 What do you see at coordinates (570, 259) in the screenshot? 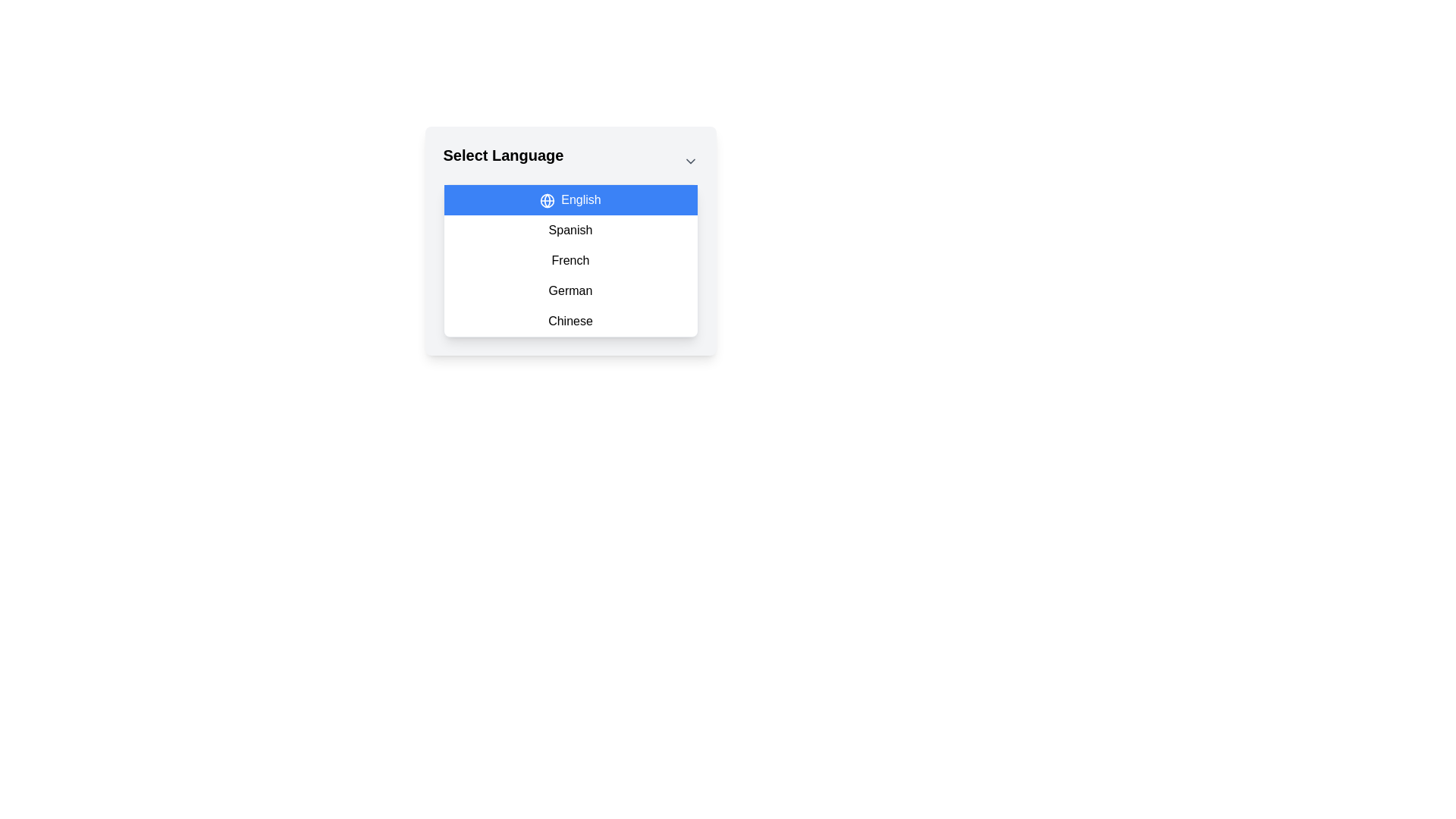
I see `to select the list item labeled 'French' within the dropdown menu, which is the third item from the top` at bounding box center [570, 259].